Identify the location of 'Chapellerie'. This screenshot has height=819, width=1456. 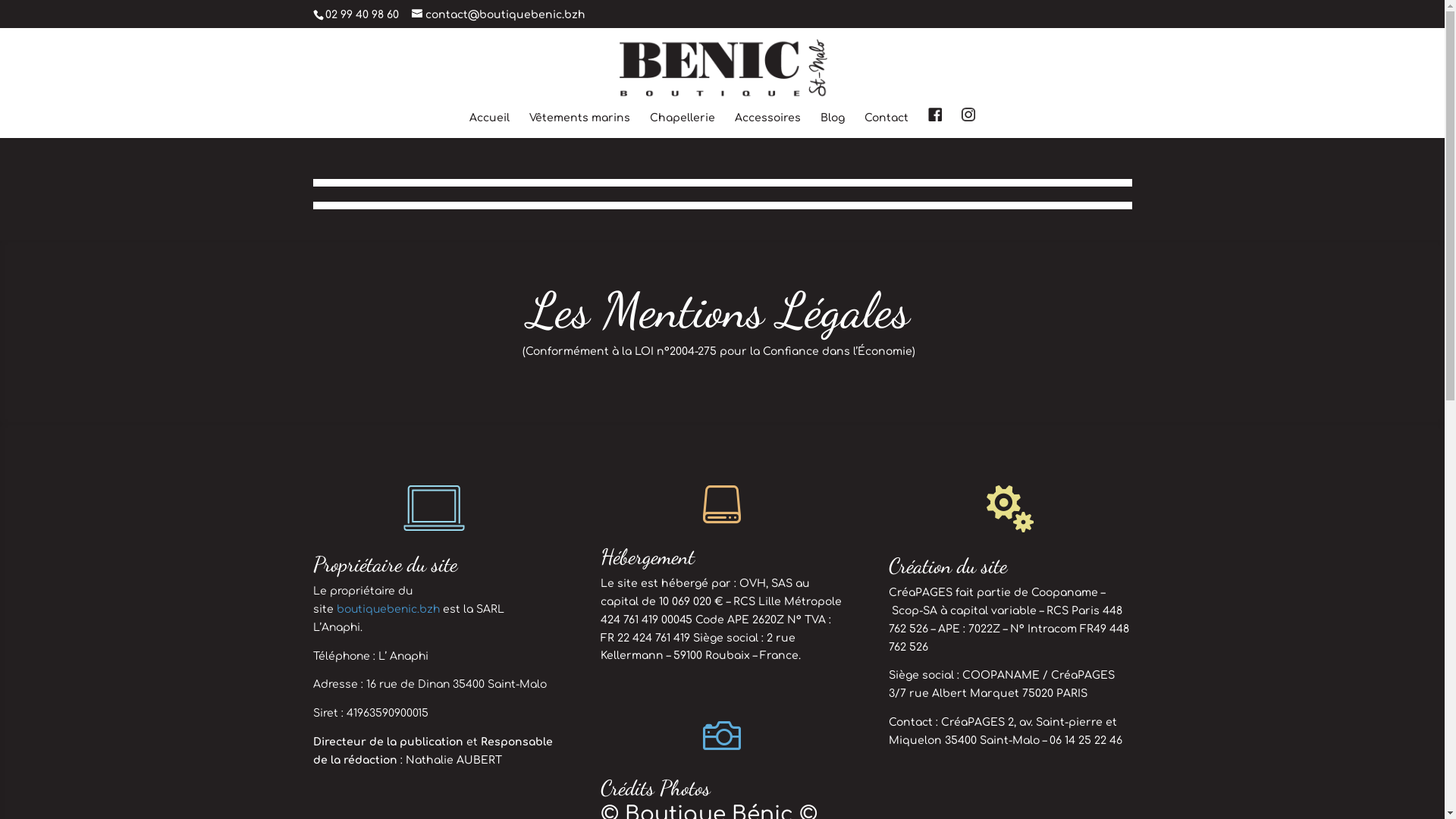
(650, 124).